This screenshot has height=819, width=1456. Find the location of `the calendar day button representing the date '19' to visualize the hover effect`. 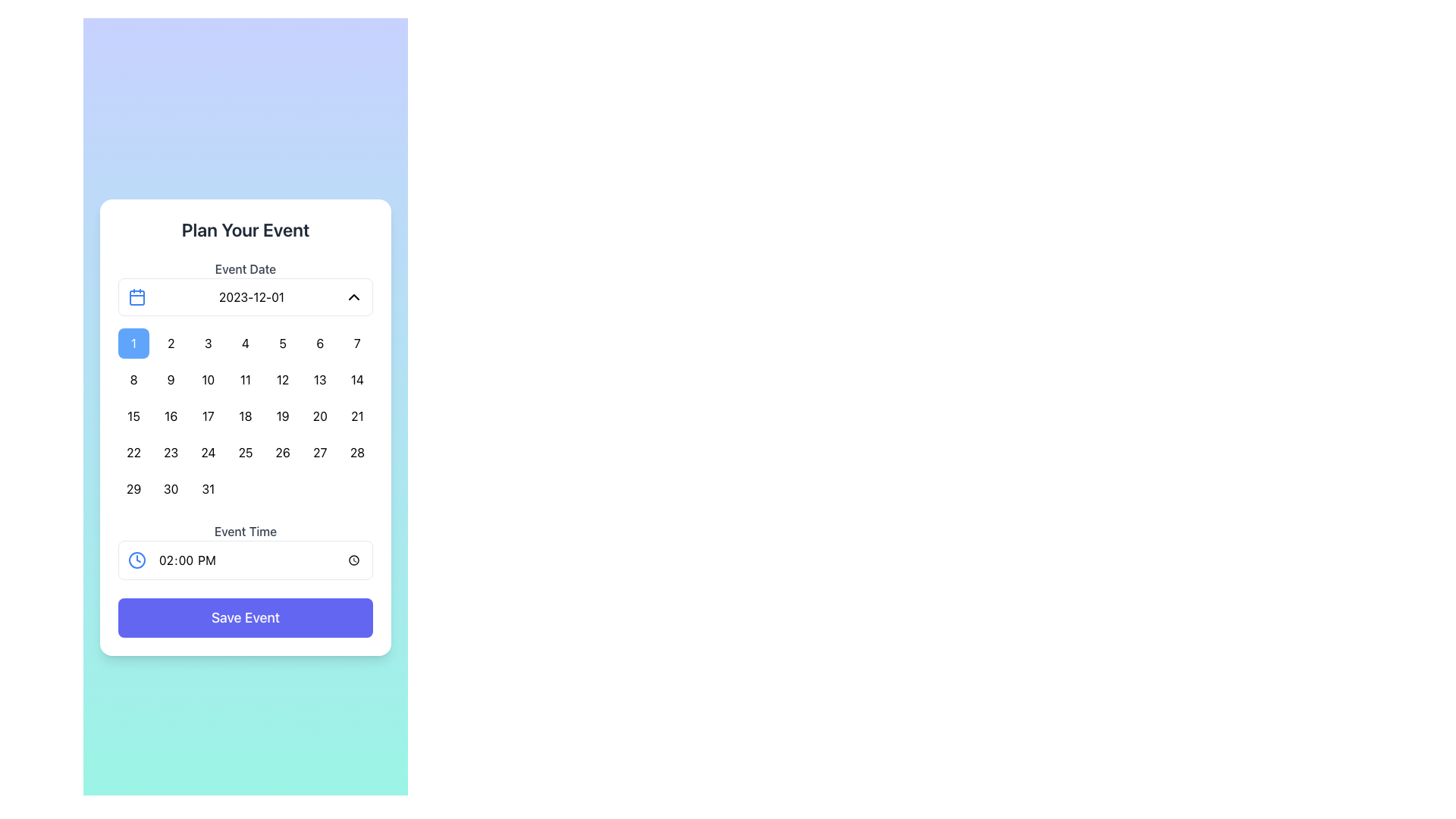

the calendar day button representing the date '19' to visualize the hover effect is located at coordinates (283, 416).